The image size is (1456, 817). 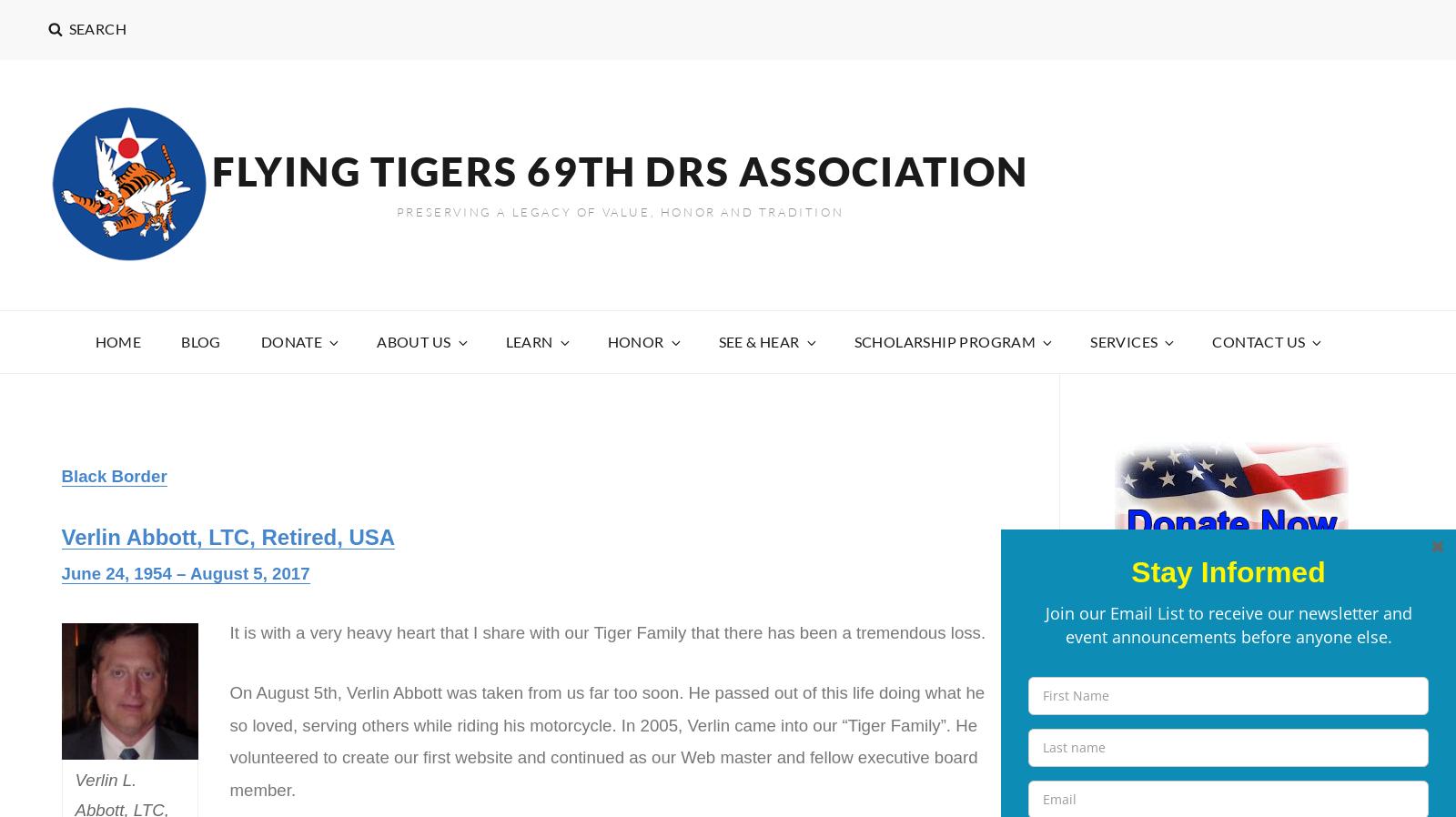 What do you see at coordinates (291, 340) in the screenshot?
I see `'DONATE'` at bounding box center [291, 340].